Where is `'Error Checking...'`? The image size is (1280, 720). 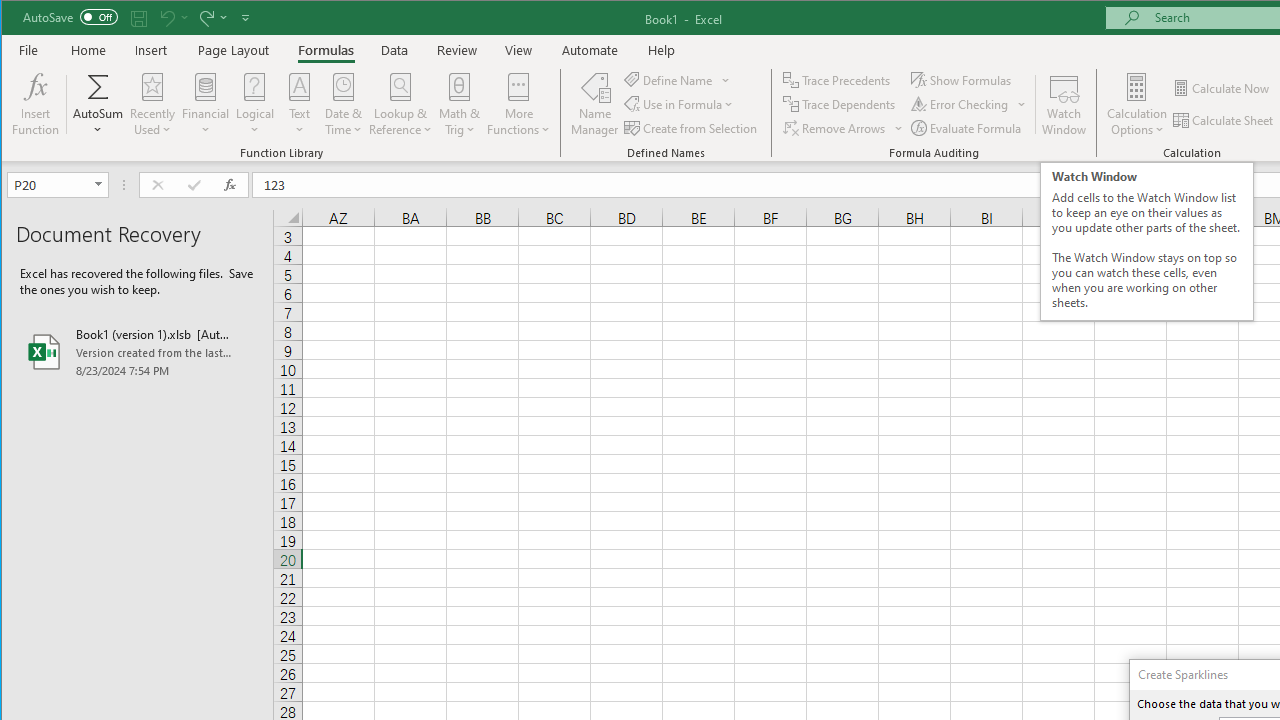
'Error Checking...' is located at coordinates (961, 104).